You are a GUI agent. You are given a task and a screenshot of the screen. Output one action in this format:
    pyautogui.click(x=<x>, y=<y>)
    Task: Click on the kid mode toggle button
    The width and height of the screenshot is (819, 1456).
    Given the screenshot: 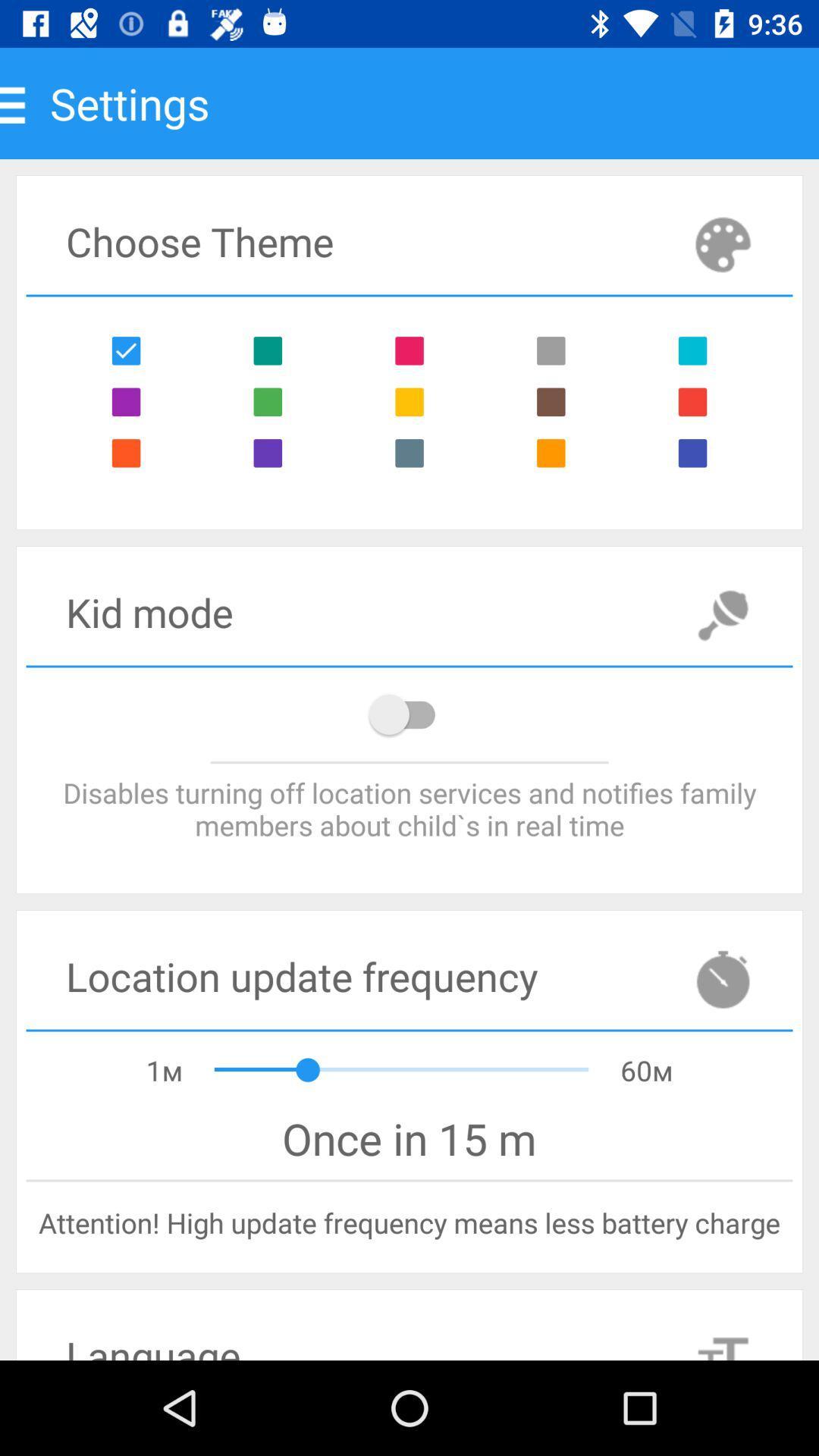 What is the action you would take?
    pyautogui.click(x=409, y=714)
    